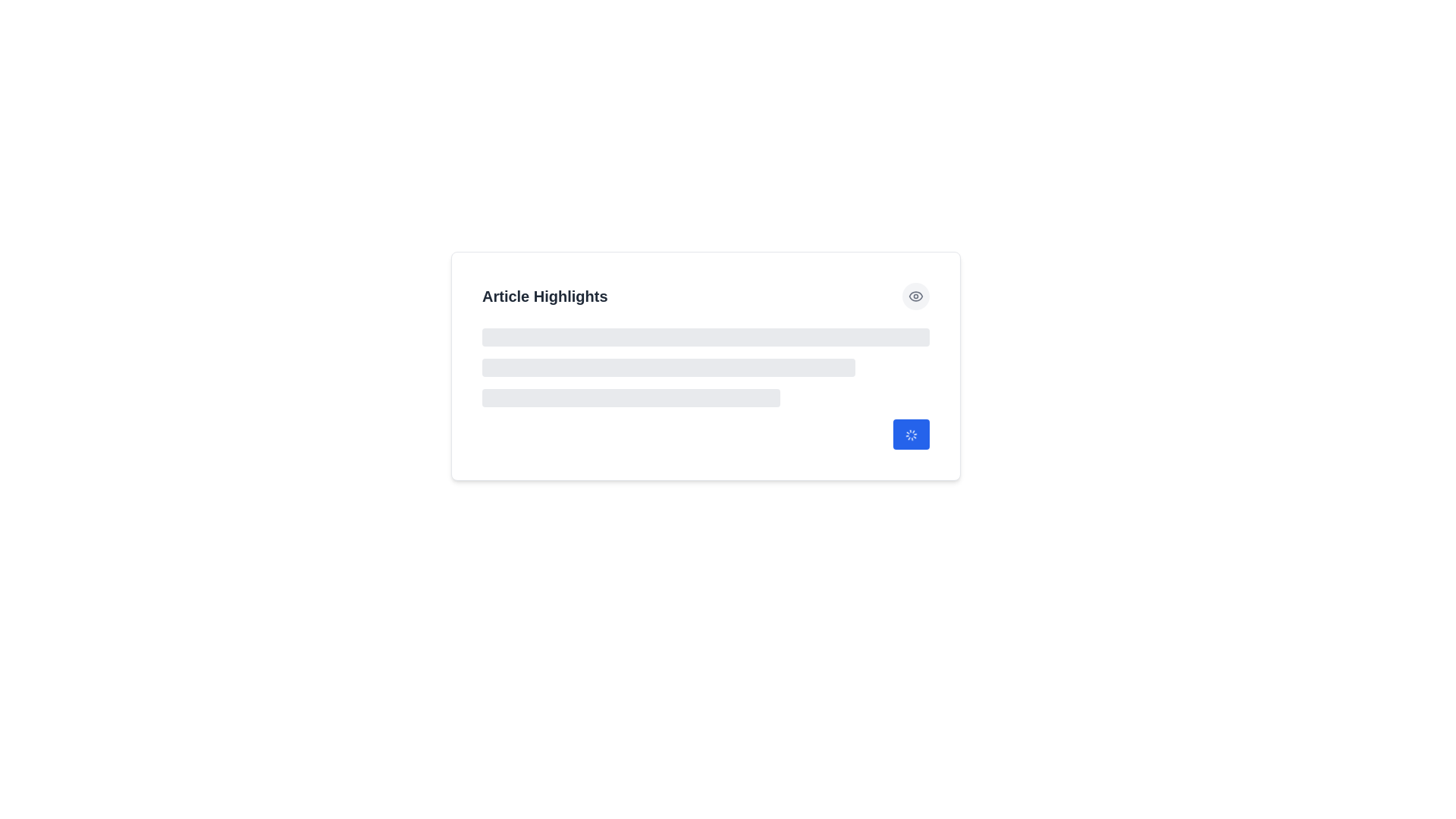 Image resolution: width=1456 pixels, height=819 pixels. What do you see at coordinates (910, 435) in the screenshot?
I see `the small, spinning loader icon located at the bottom-right corner of the 'Article Highlights' section` at bounding box center [910, 435].